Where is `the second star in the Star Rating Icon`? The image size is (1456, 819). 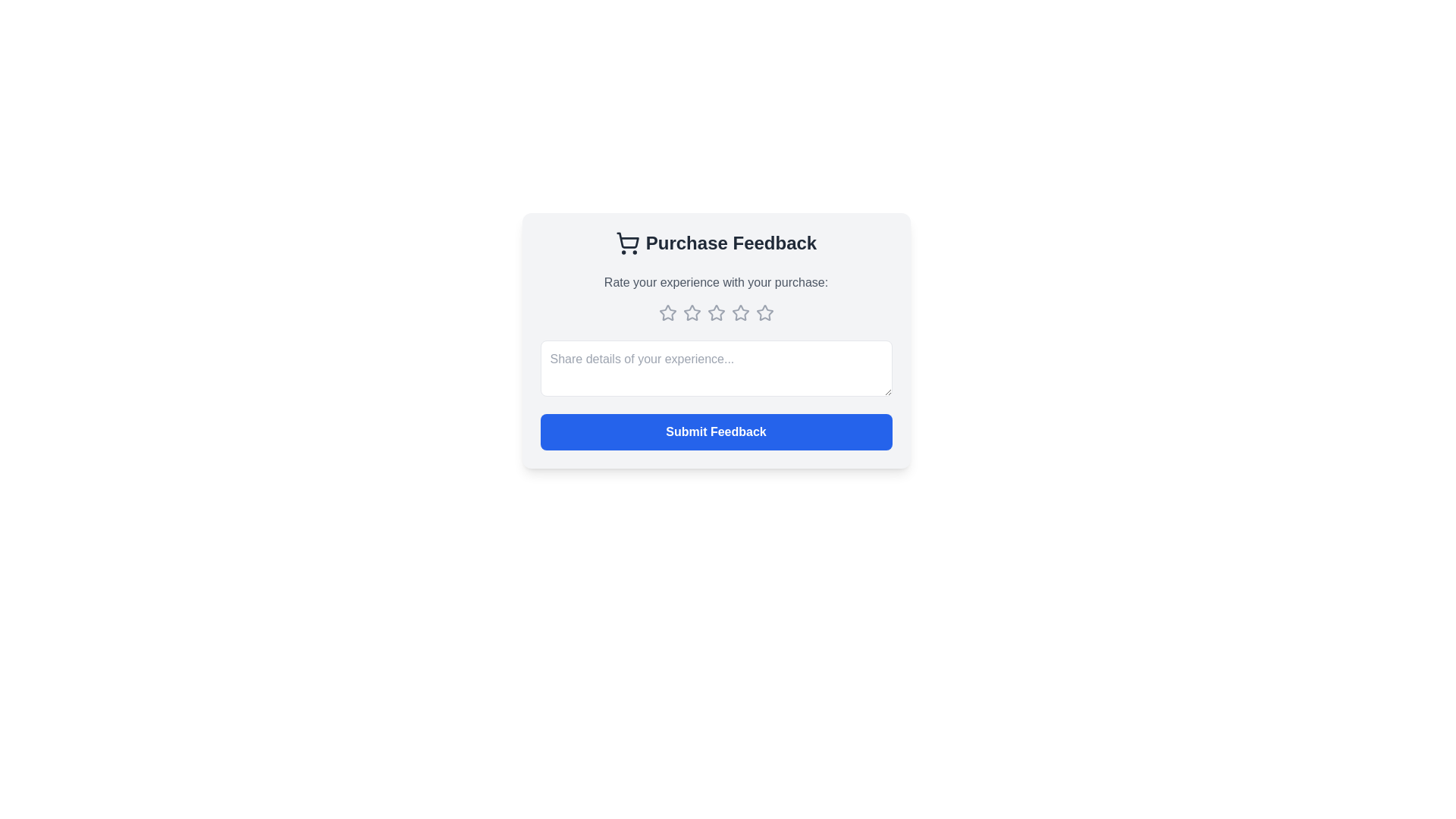 the second star in the Star Rating Icon is located at coordinates (667, 312).